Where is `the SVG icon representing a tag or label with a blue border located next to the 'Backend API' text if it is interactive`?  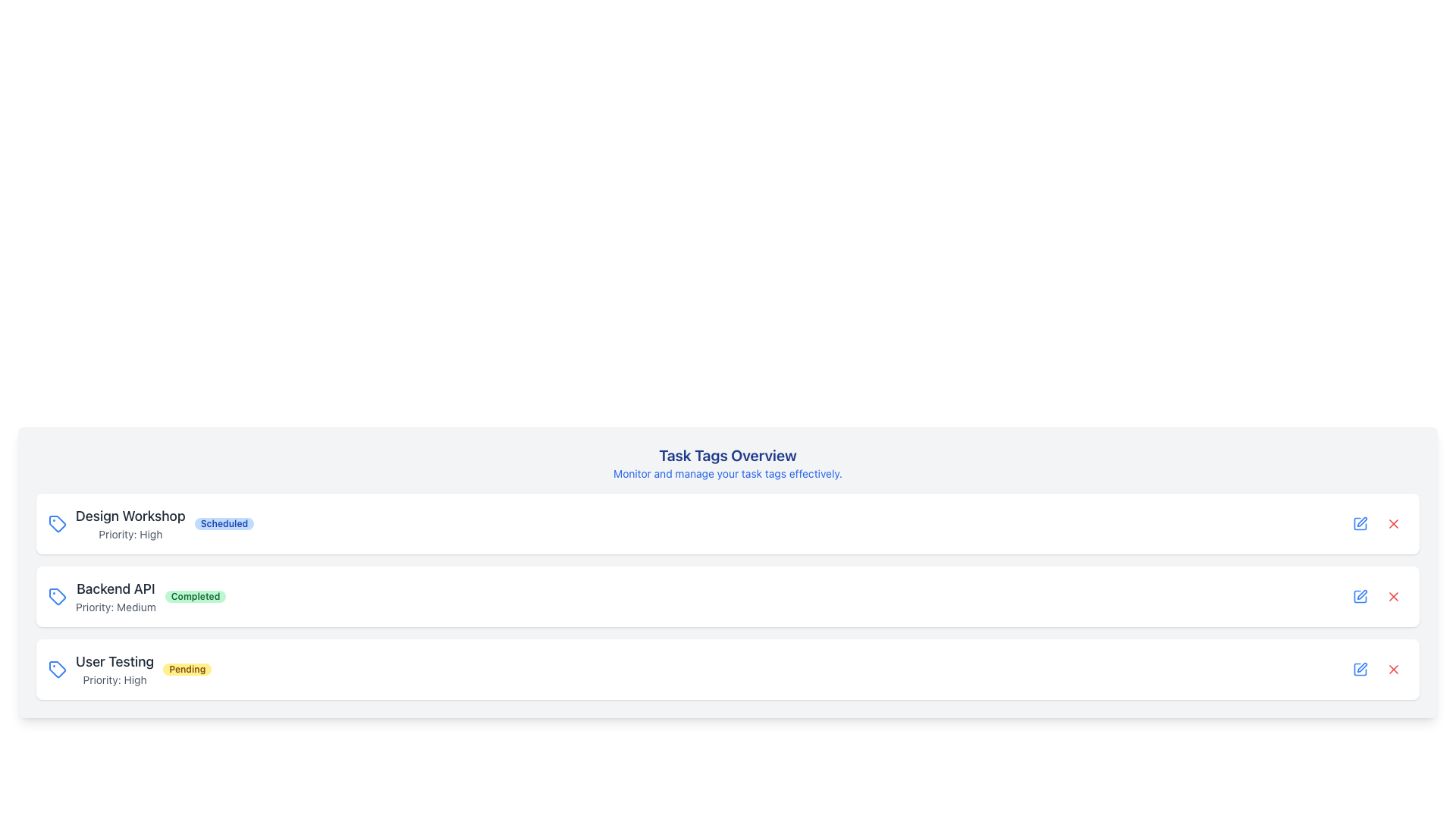 the SVG icon representing a tag or label with a blue border located next to the 'Backend API' text if it is interactive is located at coordinates (58, 595).